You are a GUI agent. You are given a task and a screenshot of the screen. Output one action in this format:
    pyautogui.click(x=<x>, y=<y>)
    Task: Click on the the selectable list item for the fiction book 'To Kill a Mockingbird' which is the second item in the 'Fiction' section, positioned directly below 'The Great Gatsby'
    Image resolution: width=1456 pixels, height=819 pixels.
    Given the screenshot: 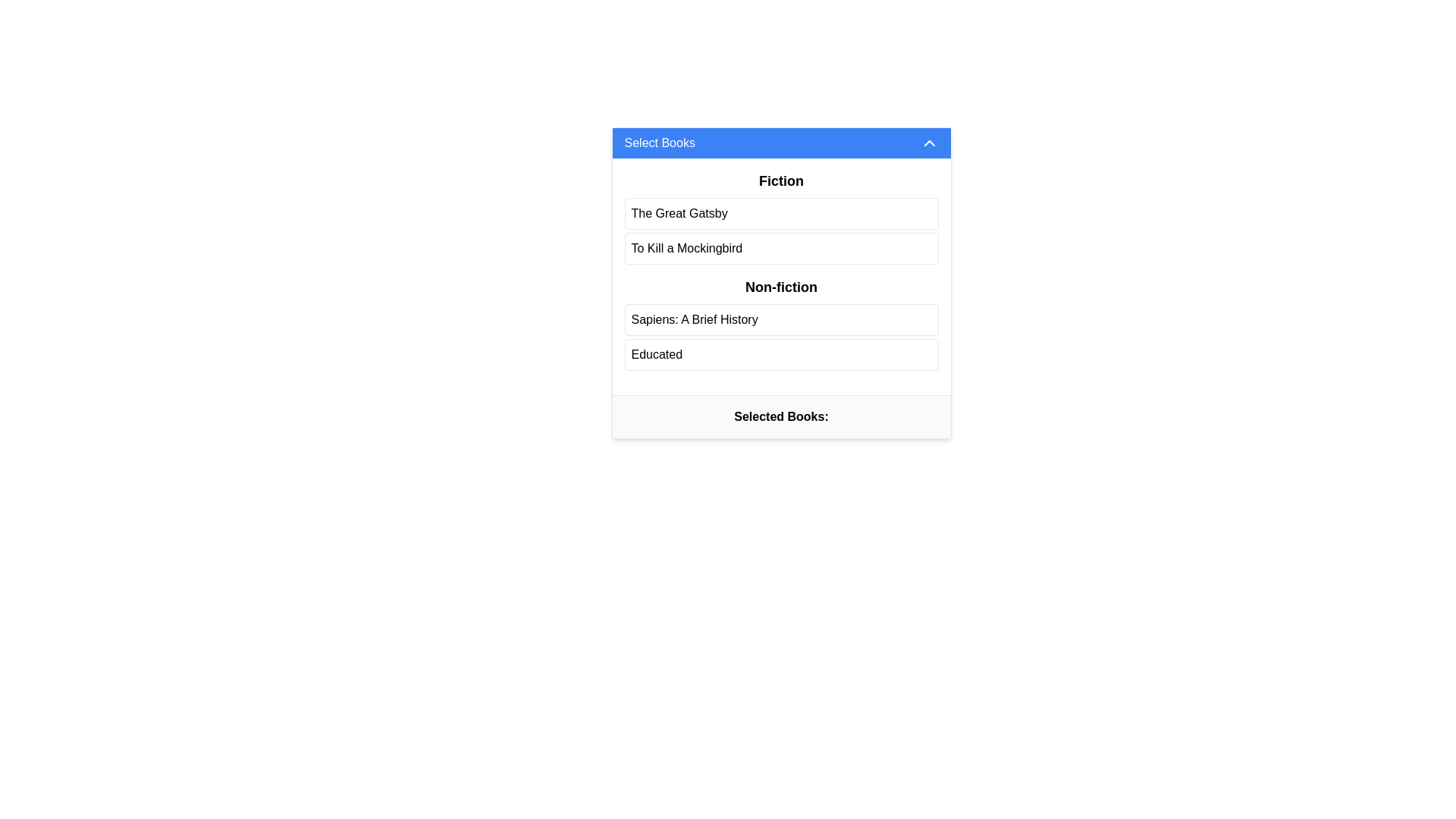 What is the action you would take?
    pyautogui.click(x=781, y=247)
    